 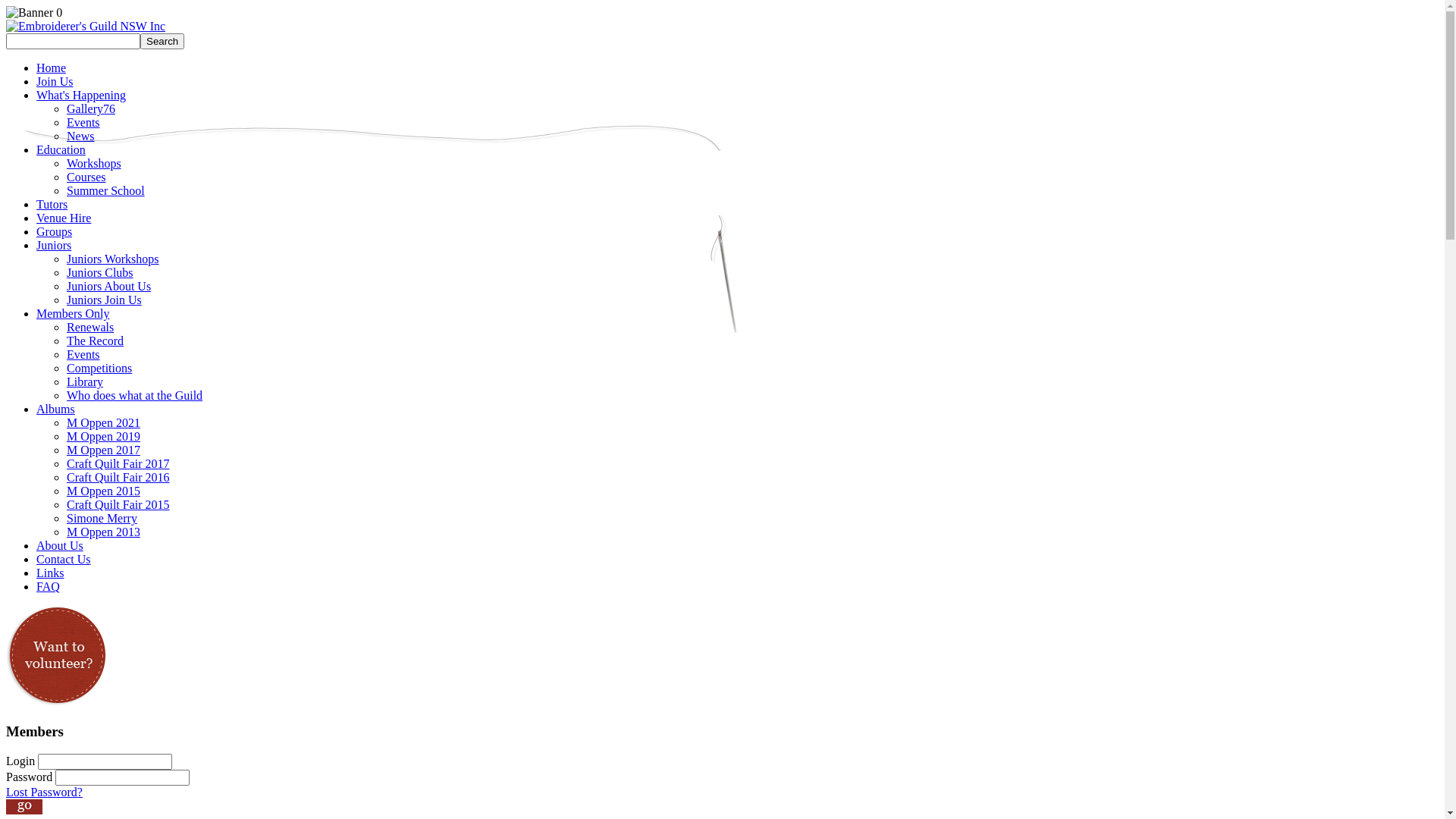 I want to click on 'Courses', so click(x=86, y=176).